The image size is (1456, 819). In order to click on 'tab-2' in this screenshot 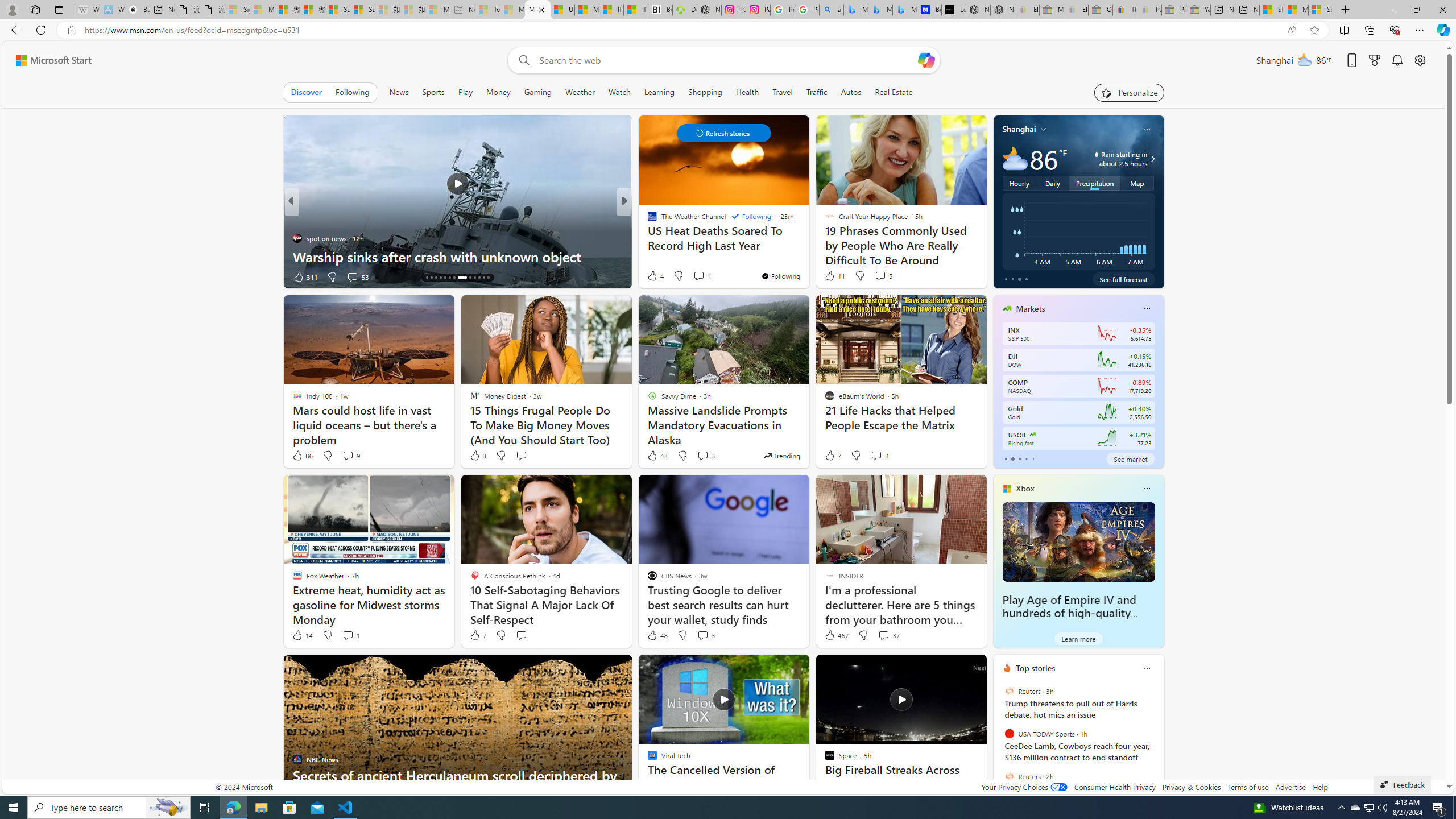, I will do `click(1020, 459)`.